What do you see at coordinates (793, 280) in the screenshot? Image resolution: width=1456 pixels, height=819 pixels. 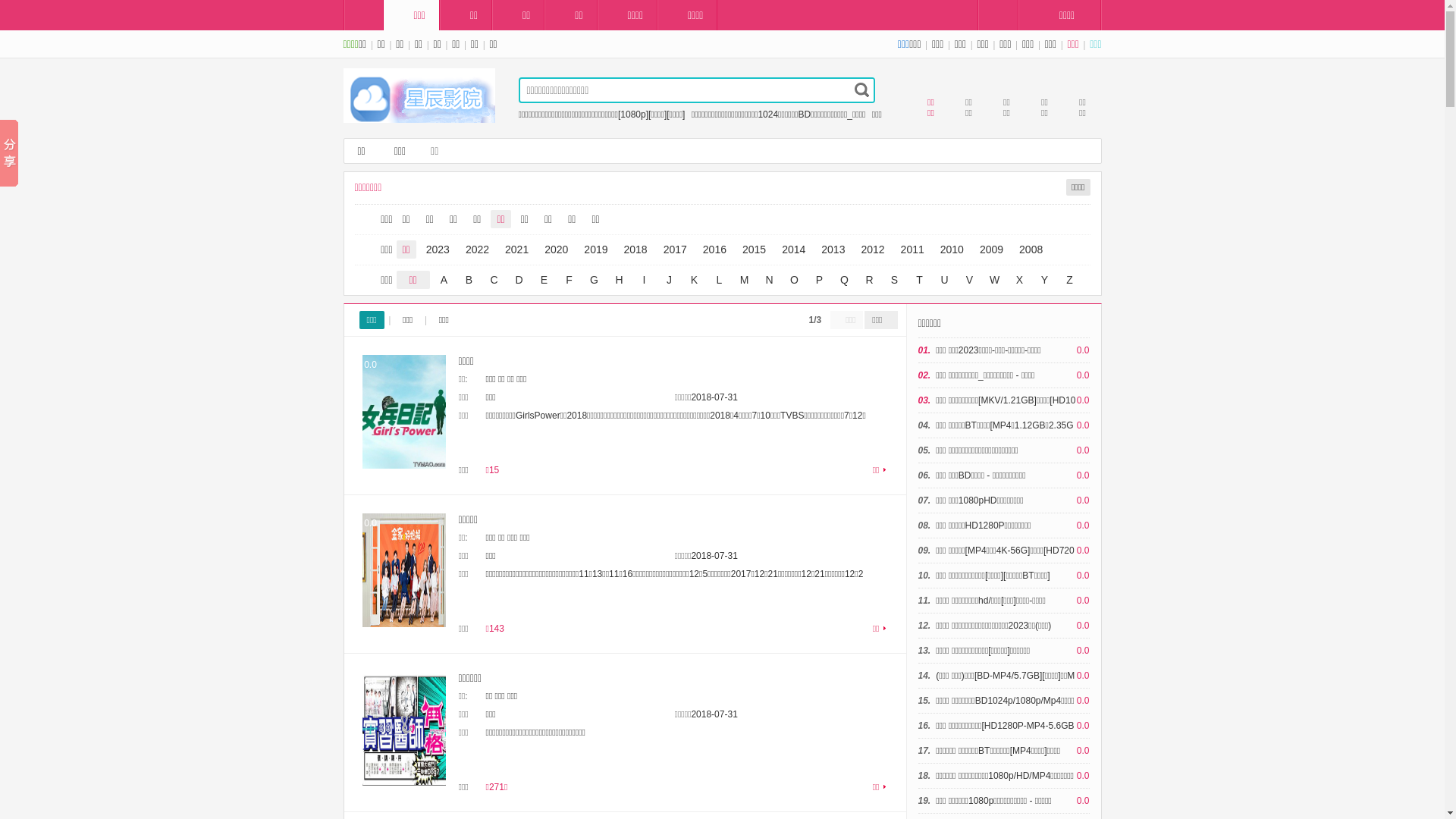 I see `'O'` at bounding box center [793, 280].